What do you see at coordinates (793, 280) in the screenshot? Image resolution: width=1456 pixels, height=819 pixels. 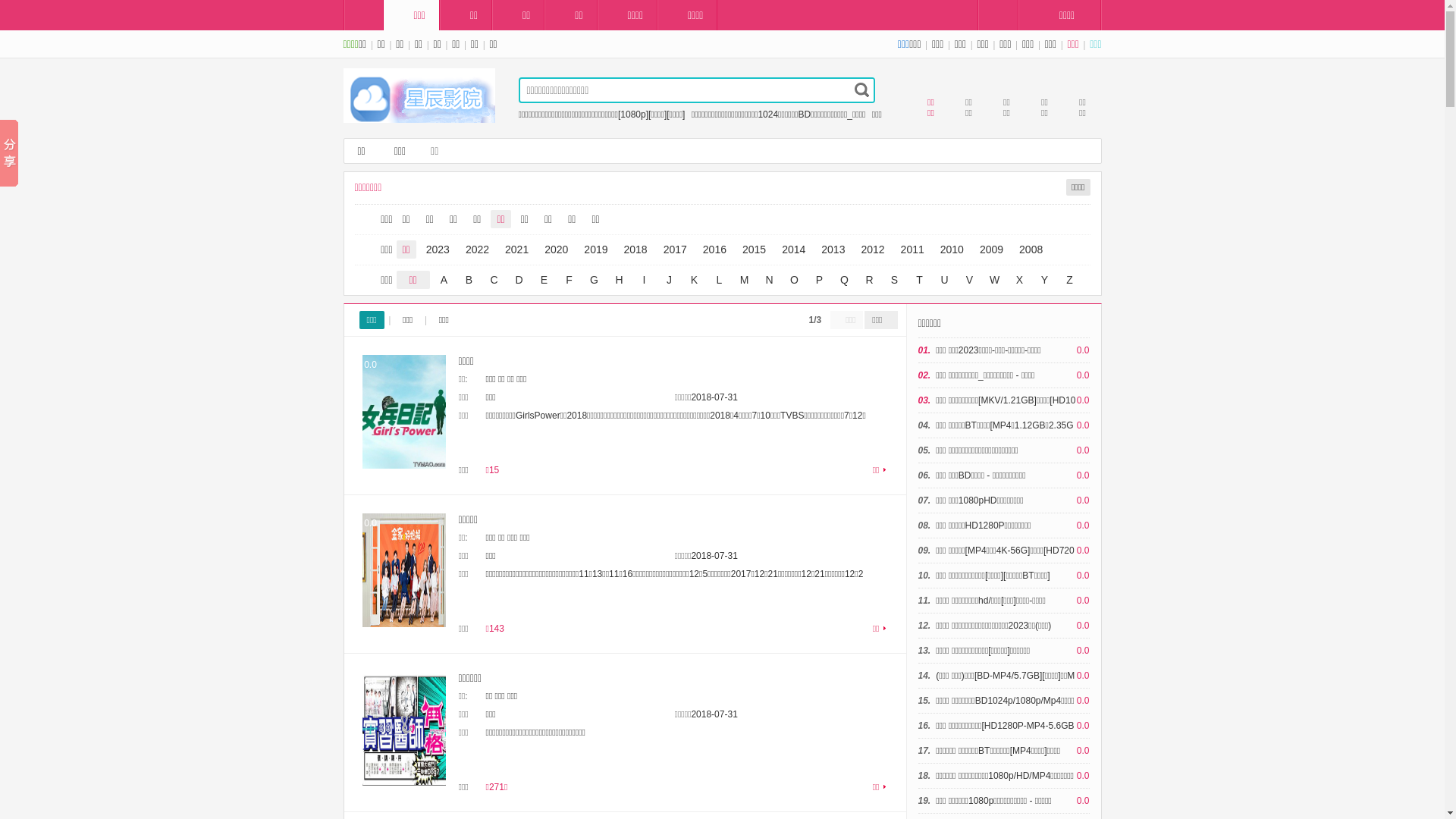 I see `'O'` at bounding box center [793, 280].